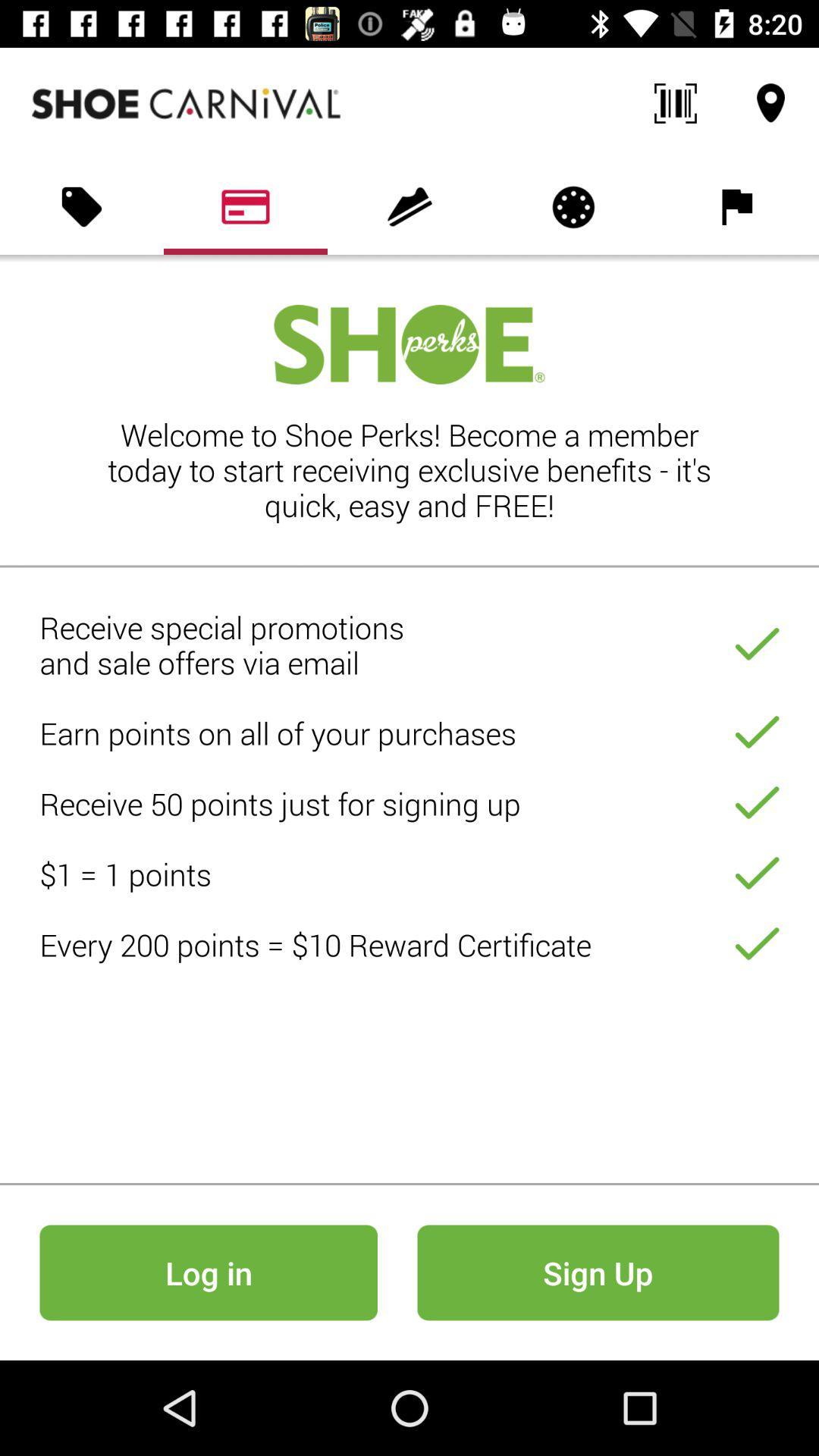 This screenshot has width=819, height=1456. Describe the element at coordinates (598, 1272) in the screenshot. I see `the icon to the right of log in icon` at that location.